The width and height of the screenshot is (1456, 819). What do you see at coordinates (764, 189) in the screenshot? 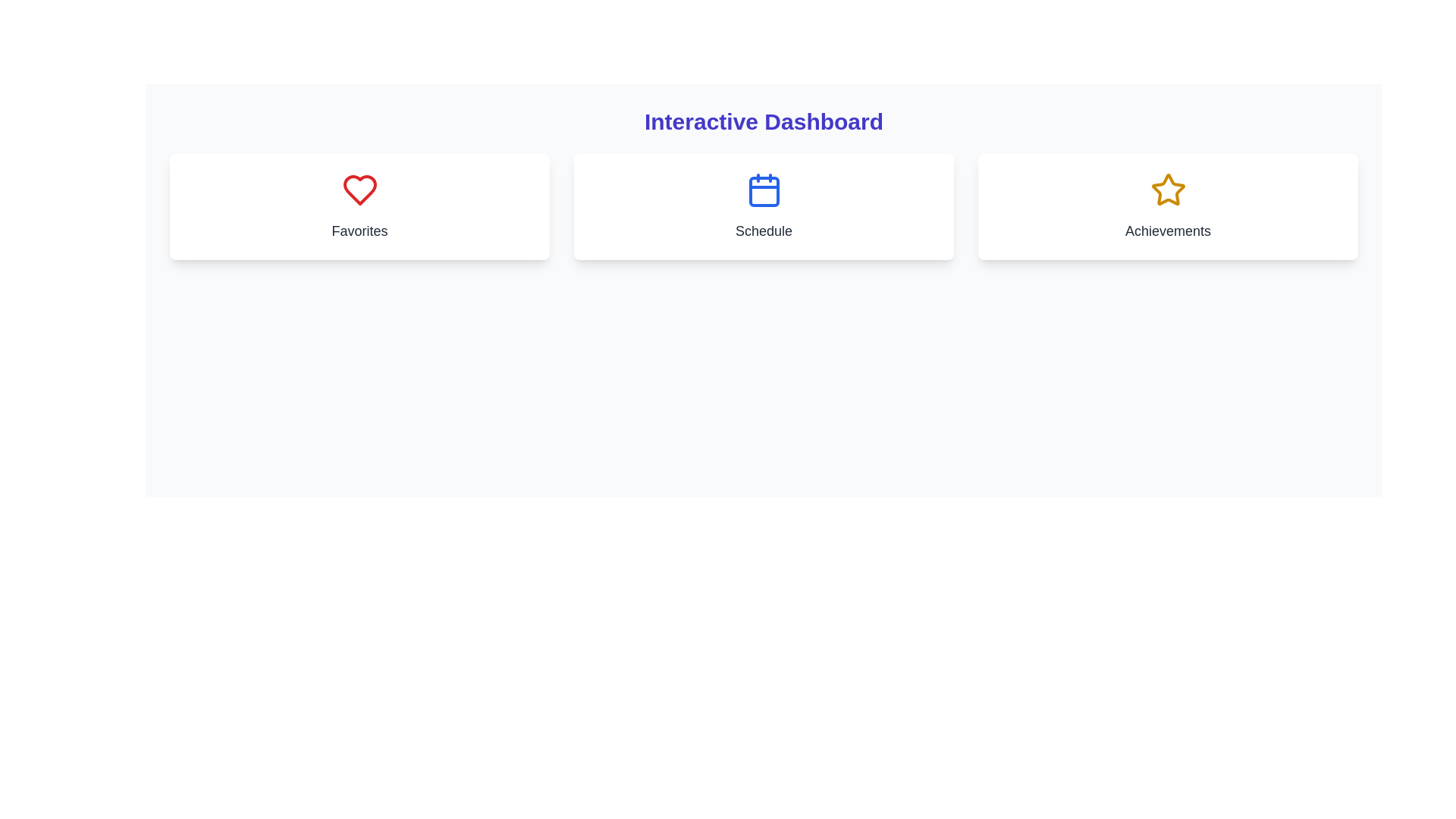
I see `the 'Schedule' icon located in the middle card of a three-card interface layout` at bounding box center [764, 189].